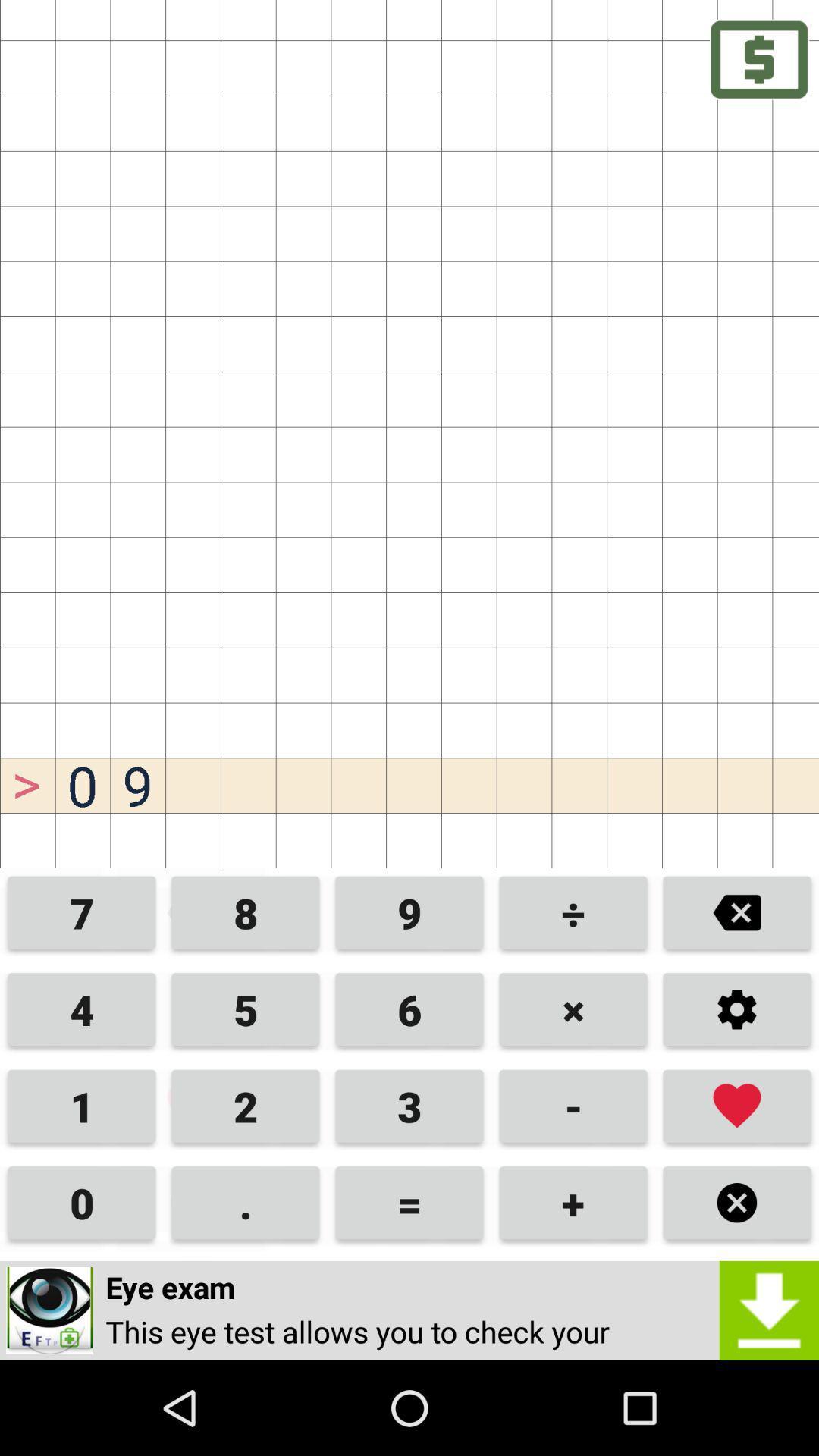 The height and width of the screenshot is (1456, 819). I want to click on favorites, so click(736, 1106).